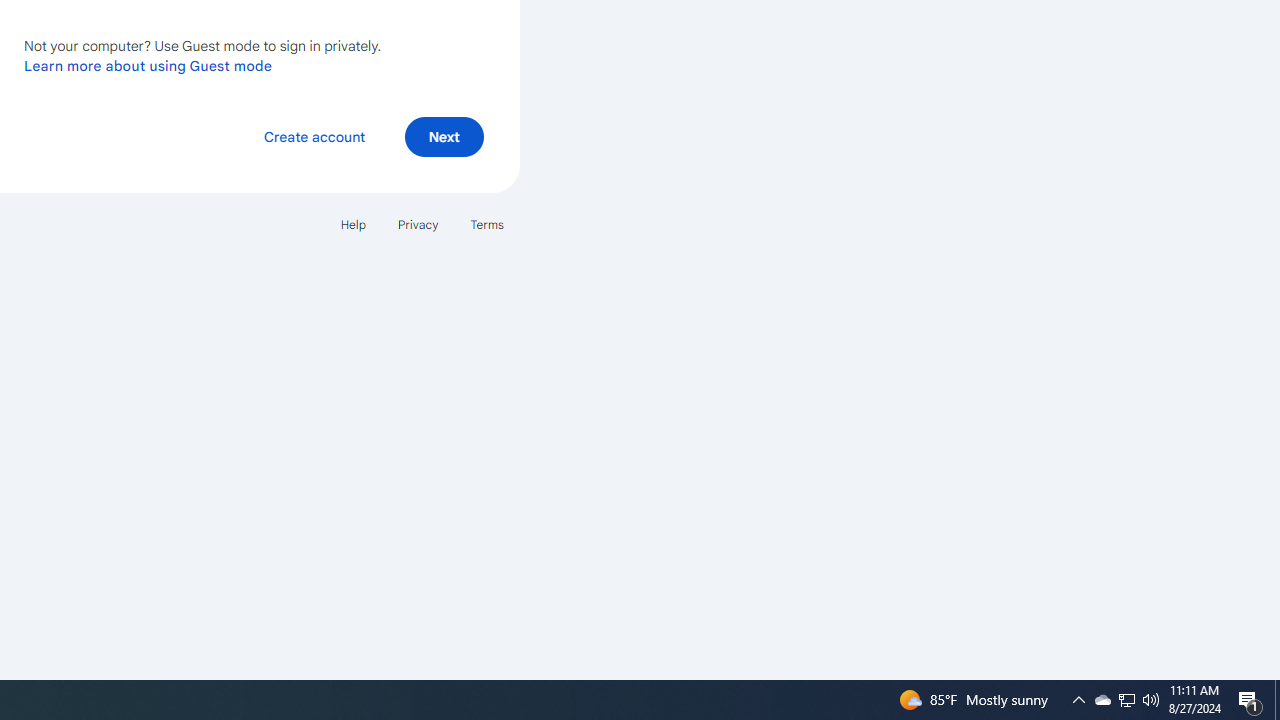 The image size is (1280, 720). Describe the element at coordinates (147, 64) in the screenshot. I see `'Learn more about using Guest mode'` at that location.